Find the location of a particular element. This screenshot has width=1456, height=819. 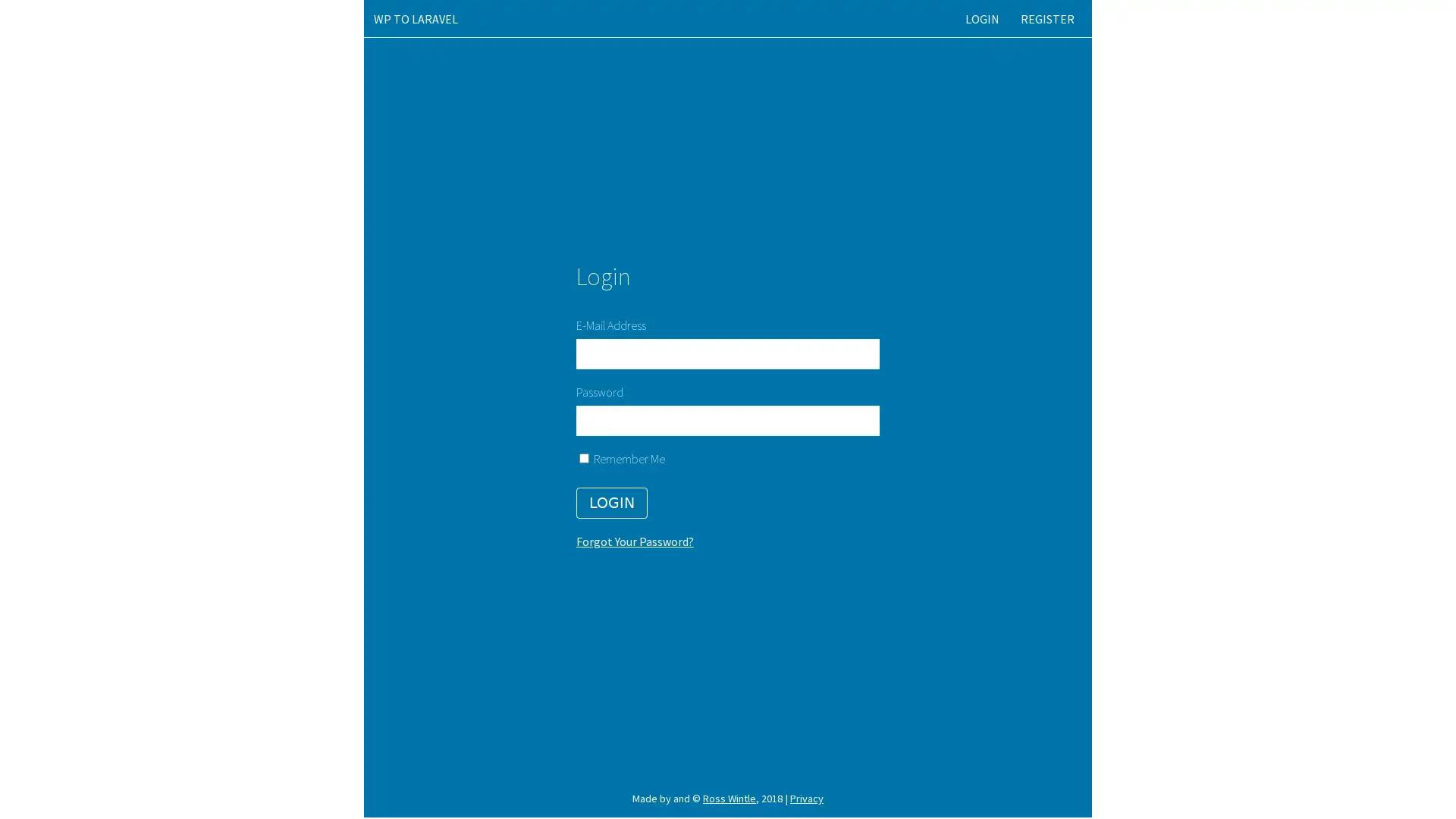

LOGIN is located at coordinates (611, 502).